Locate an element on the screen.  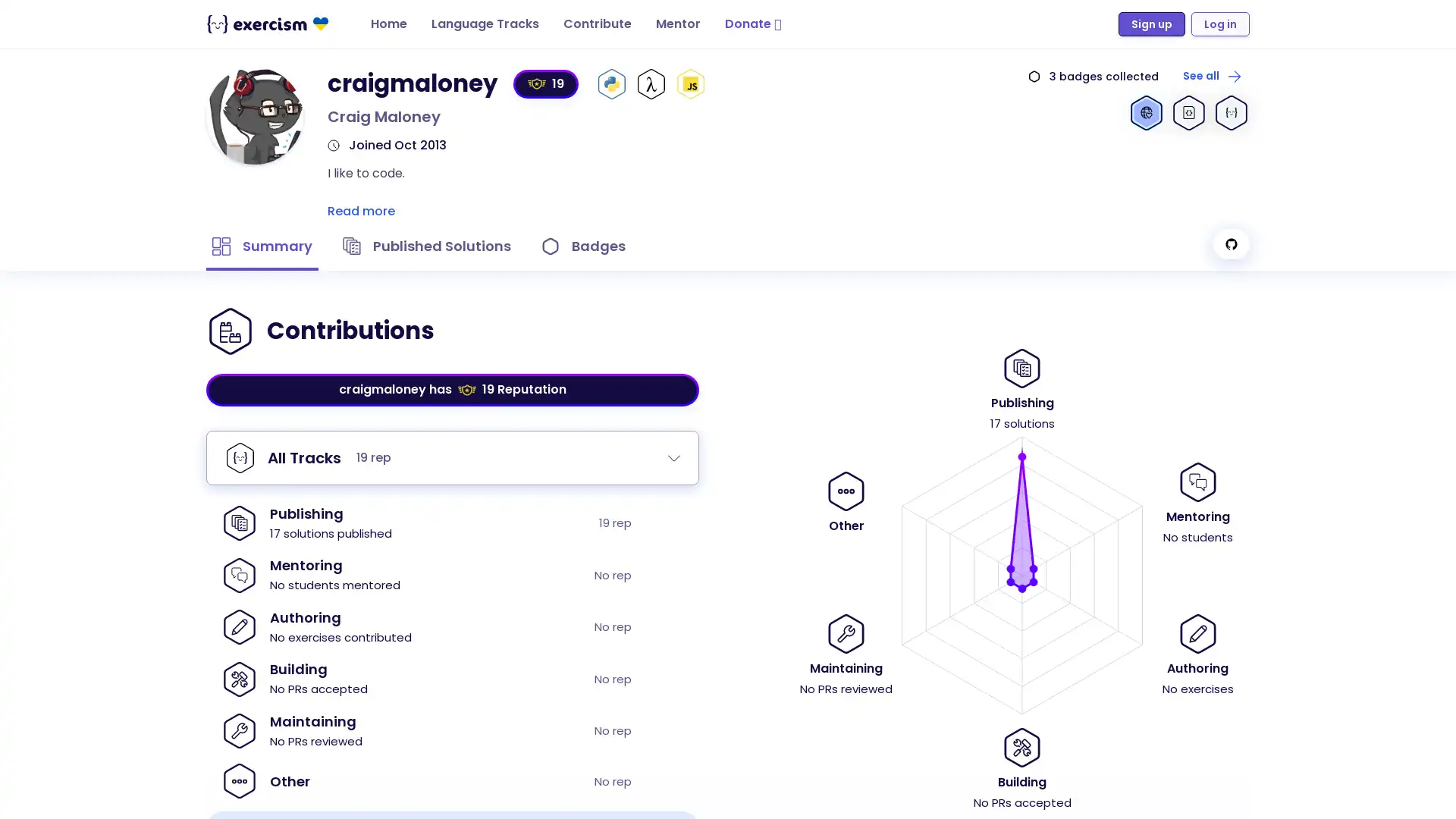
Read more is located at coordinates (360, 211).